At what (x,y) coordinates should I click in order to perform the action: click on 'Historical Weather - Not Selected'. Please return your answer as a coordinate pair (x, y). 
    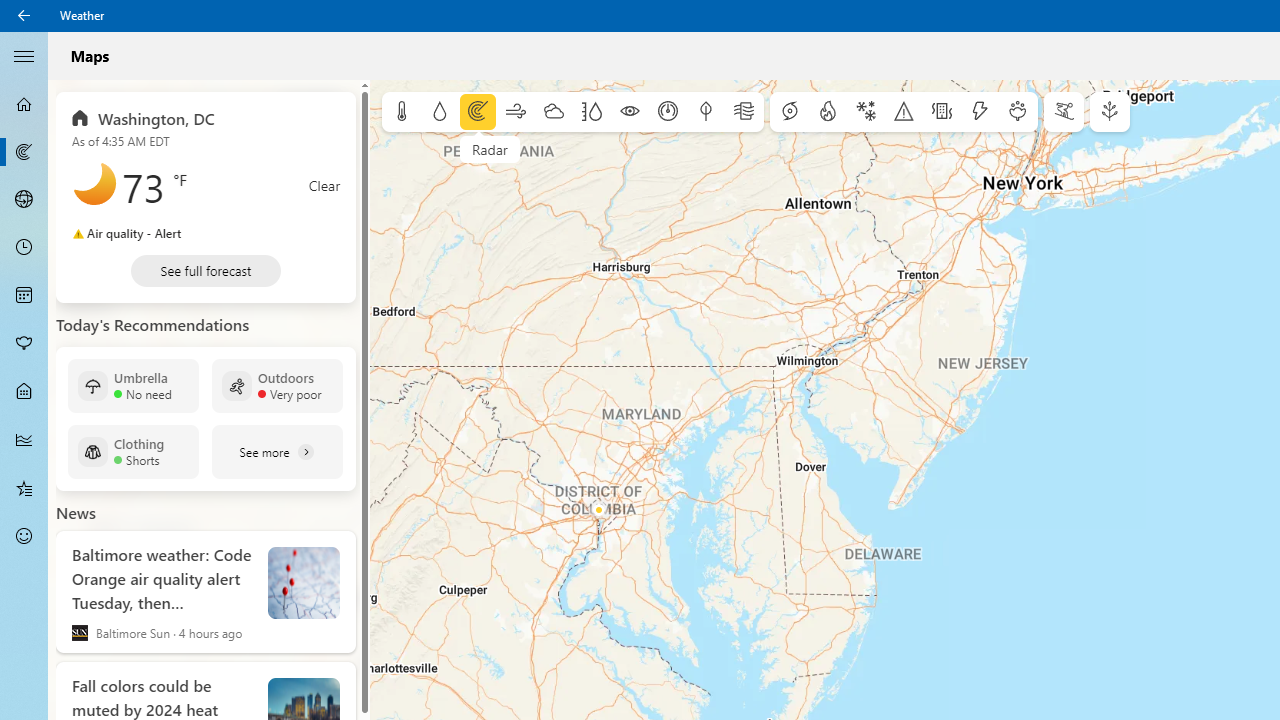
    Looking at the image, I should click on (24, 438).